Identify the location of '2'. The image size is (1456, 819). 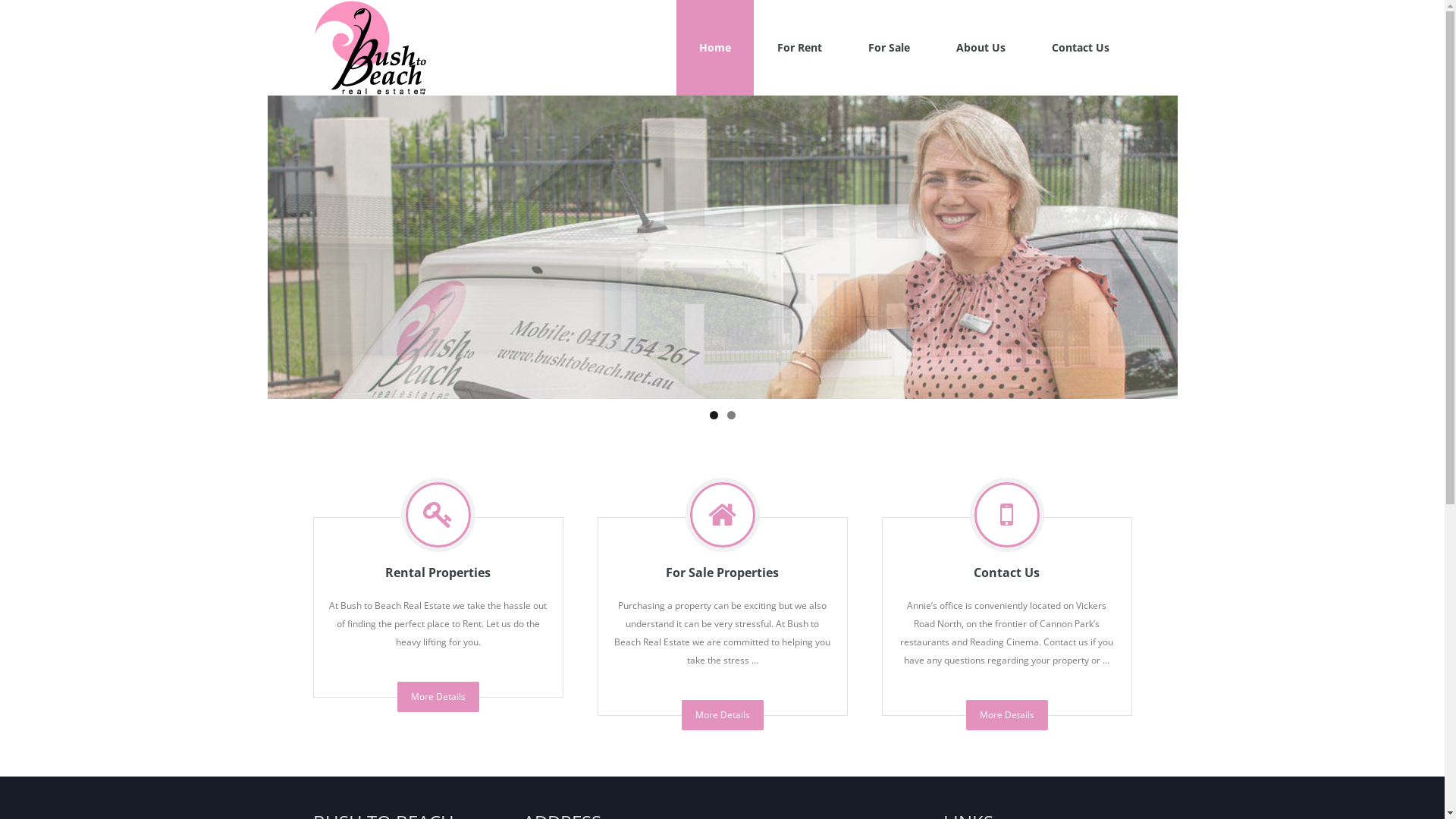
(730, 415).